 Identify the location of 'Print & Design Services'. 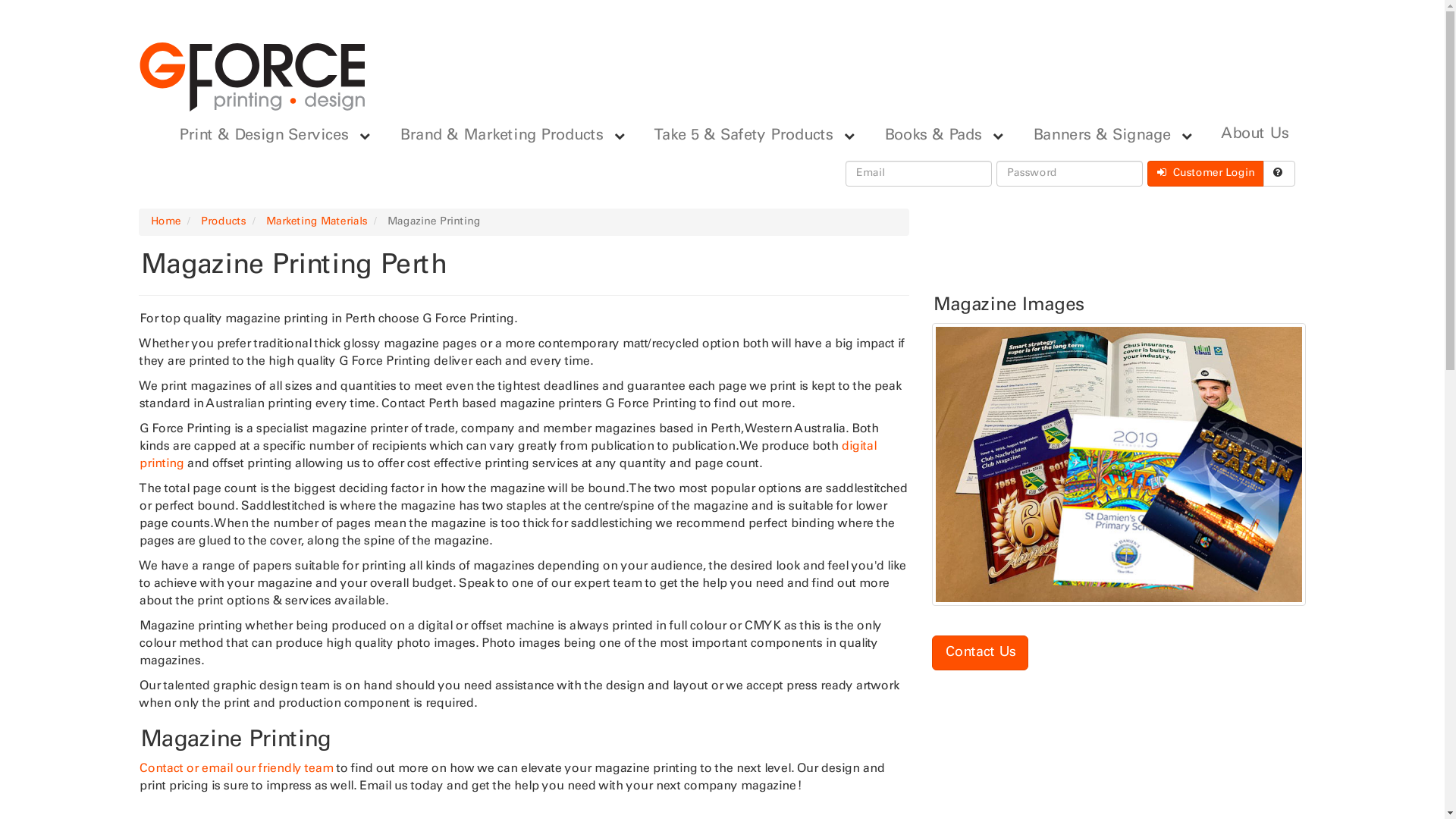
(259, 134).